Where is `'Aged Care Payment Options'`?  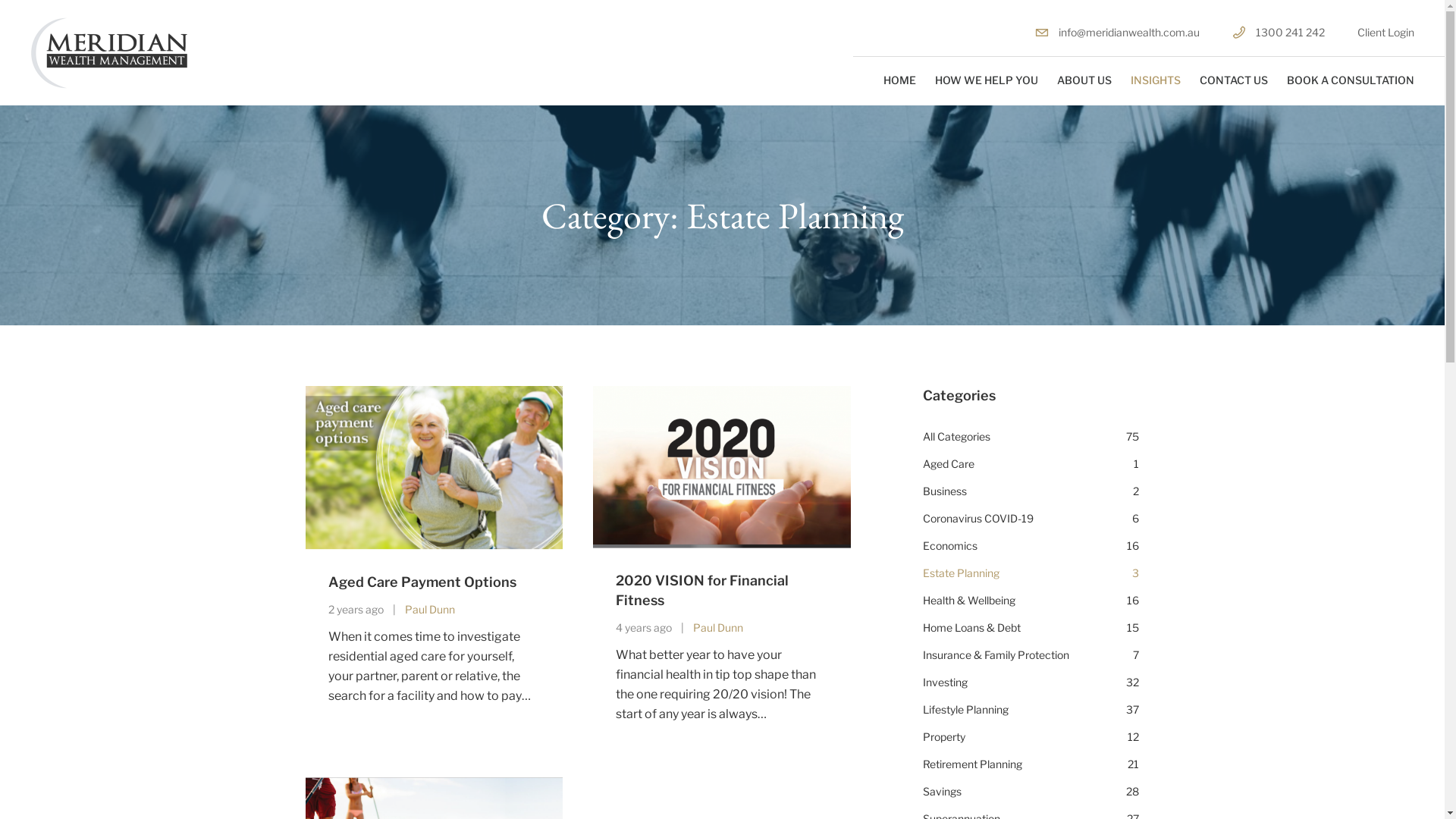
'Aged Care Payment Options' is located at coordinates (422, 581).